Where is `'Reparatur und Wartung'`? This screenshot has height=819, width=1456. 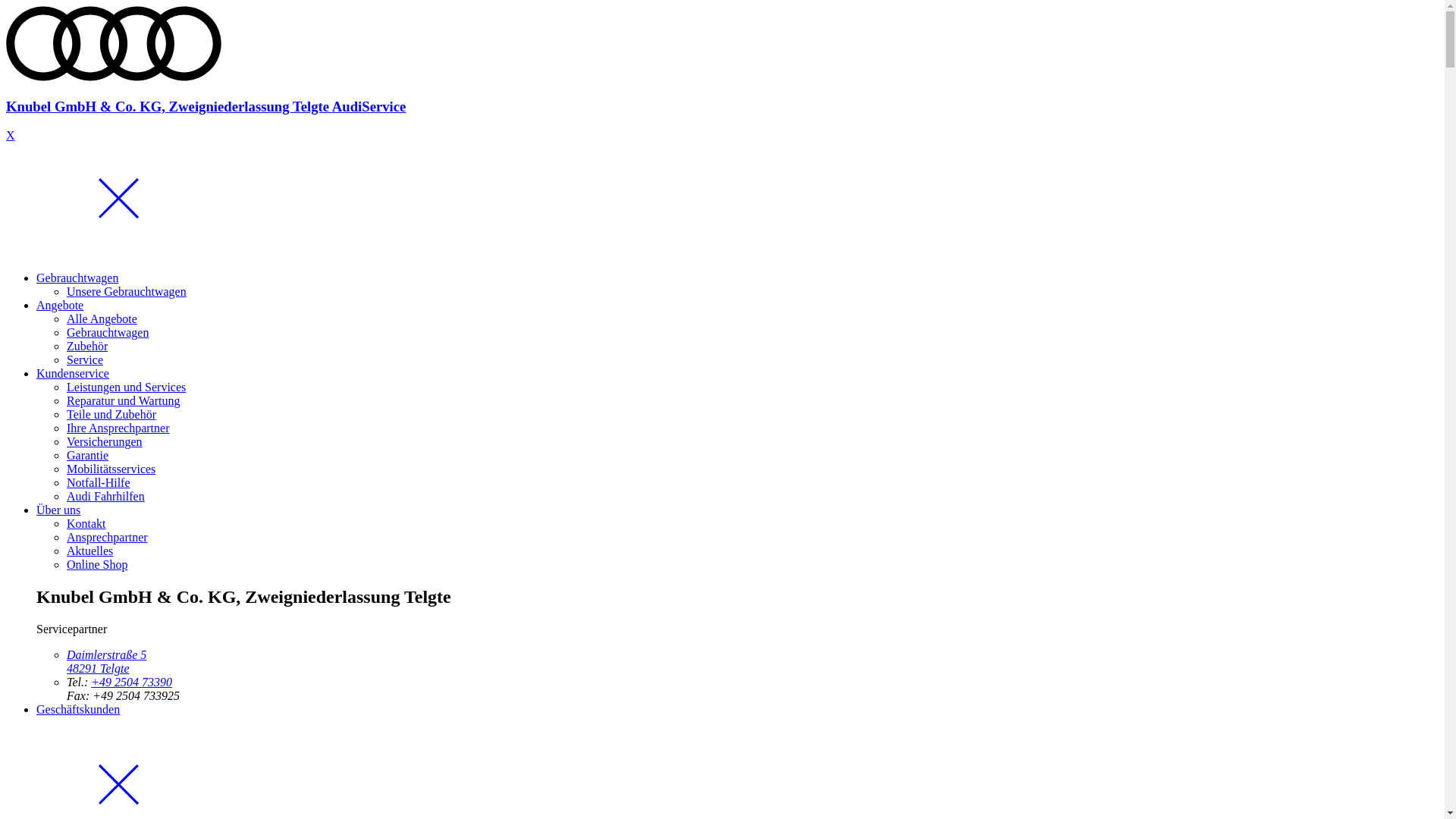
'Reparatur und Wartung' is located at coordinates (123, 400).